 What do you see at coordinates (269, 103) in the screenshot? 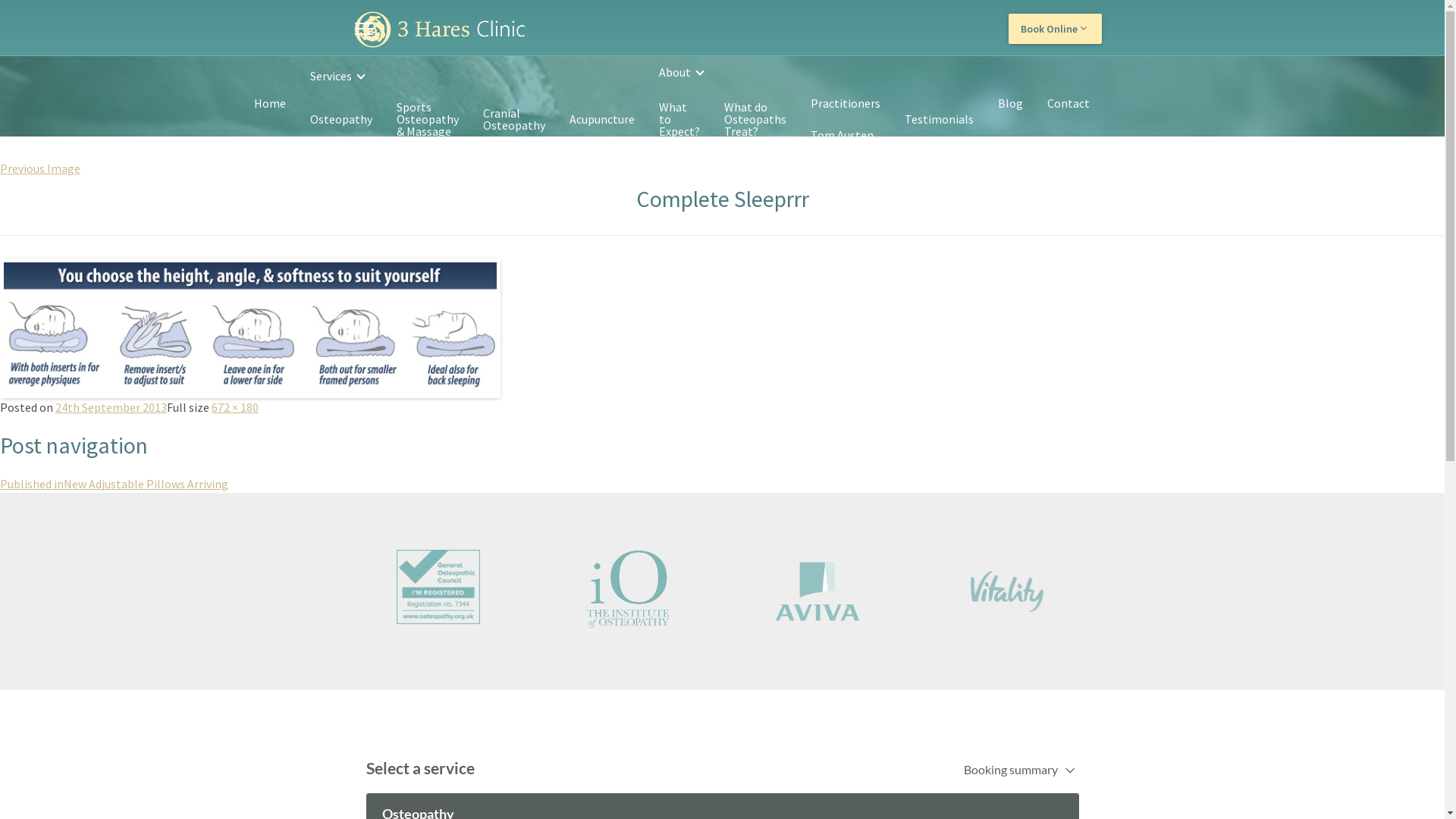
I see `'Home'` at bounding box center [269, 103].